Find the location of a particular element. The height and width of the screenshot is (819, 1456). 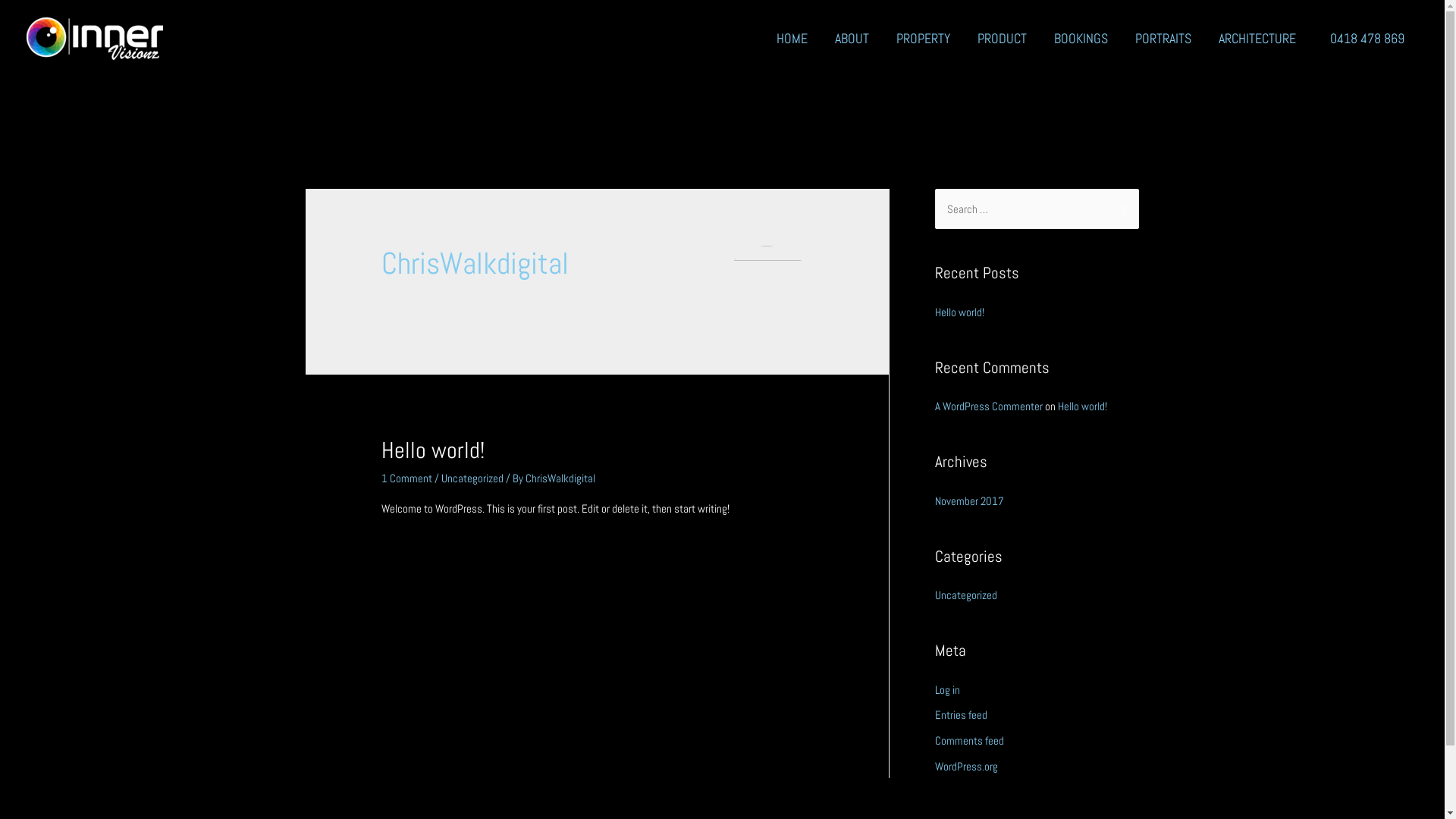

'ARCHITECTURE' is located at coordinates (1203, 37).